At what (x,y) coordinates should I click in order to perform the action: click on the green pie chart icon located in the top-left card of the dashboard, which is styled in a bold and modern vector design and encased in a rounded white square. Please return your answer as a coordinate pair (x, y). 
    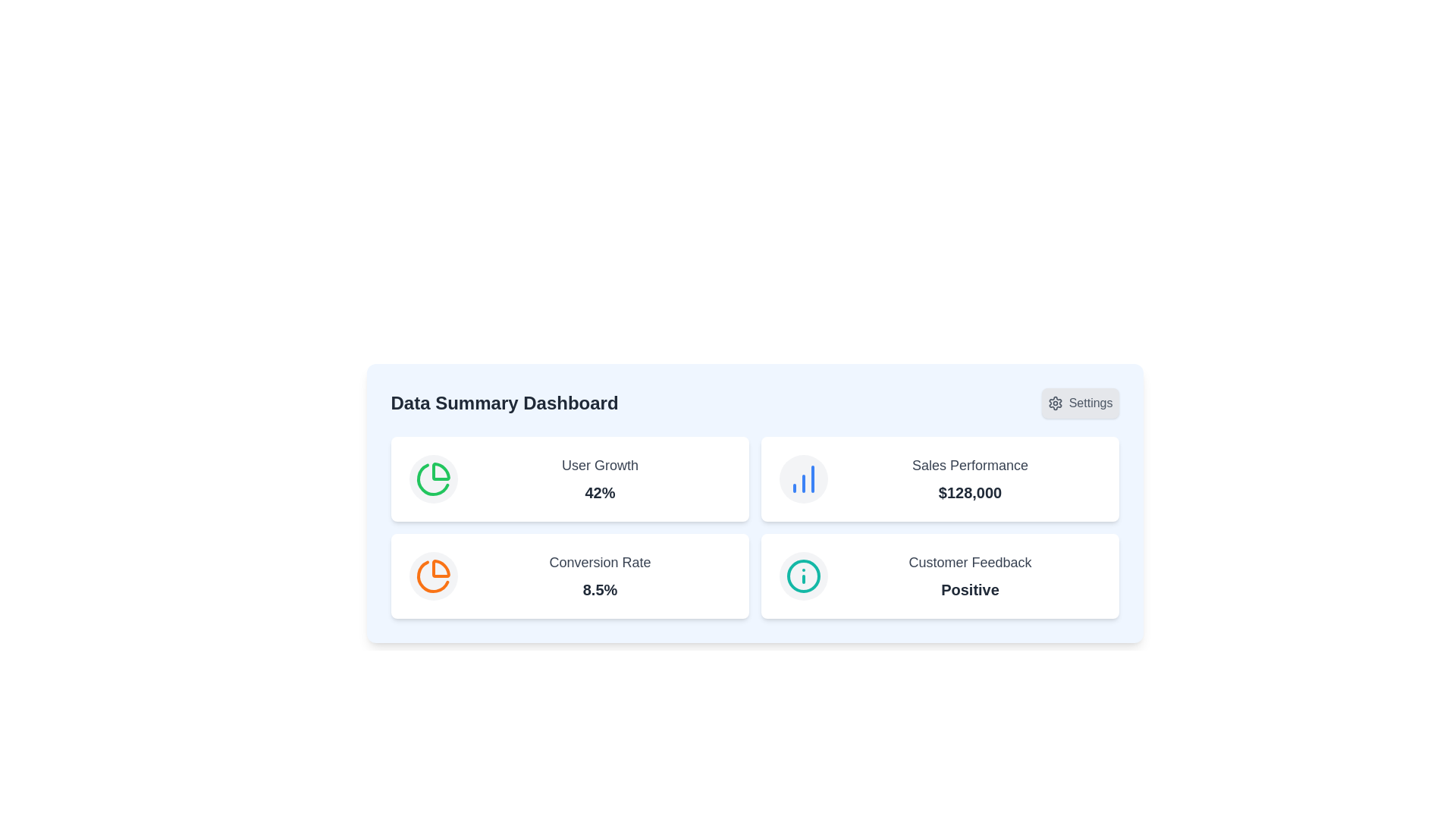
    Looking at the image, I should click on (432, 479).